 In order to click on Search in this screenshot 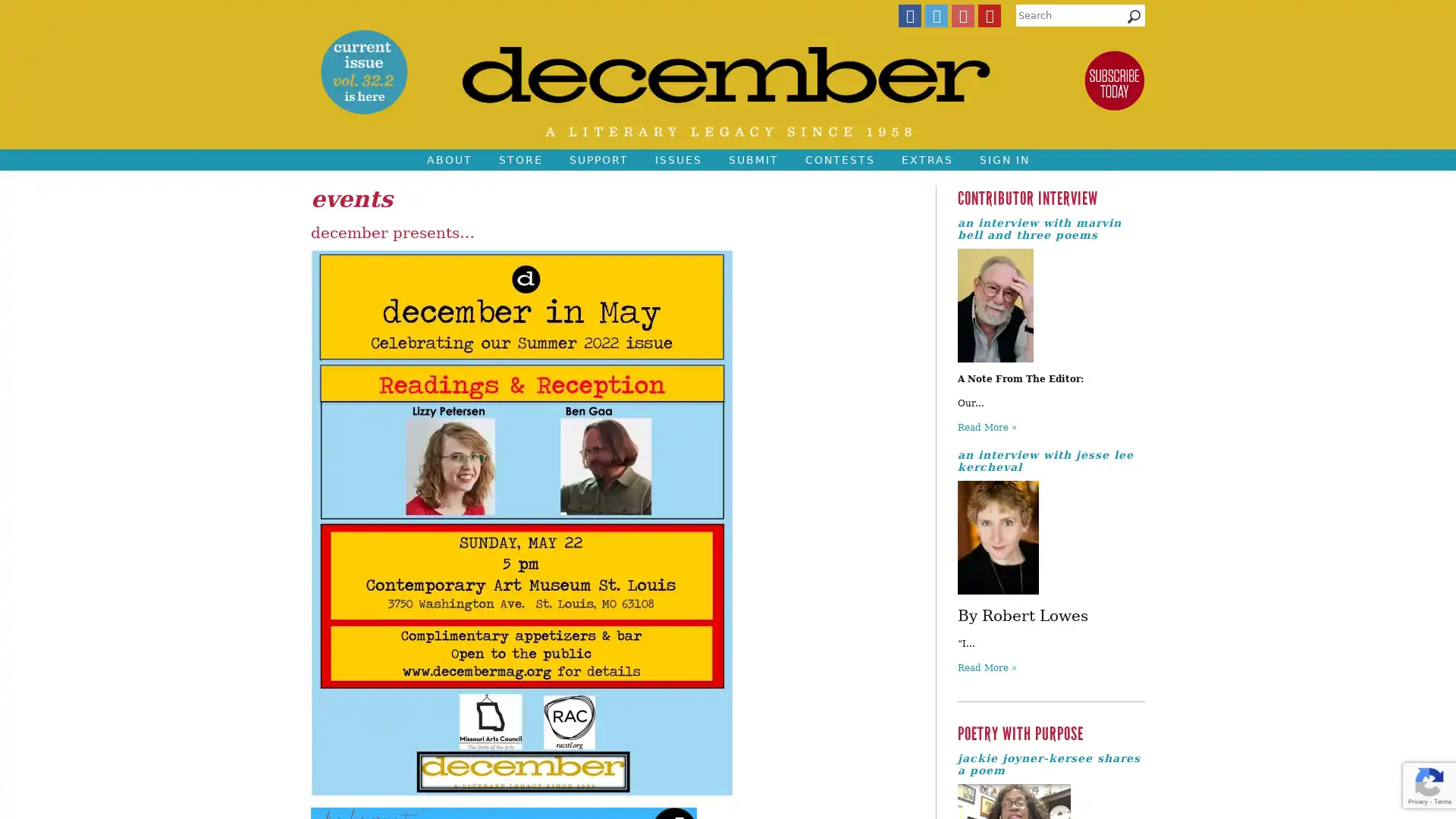, I will do `click(1134, 20)`.